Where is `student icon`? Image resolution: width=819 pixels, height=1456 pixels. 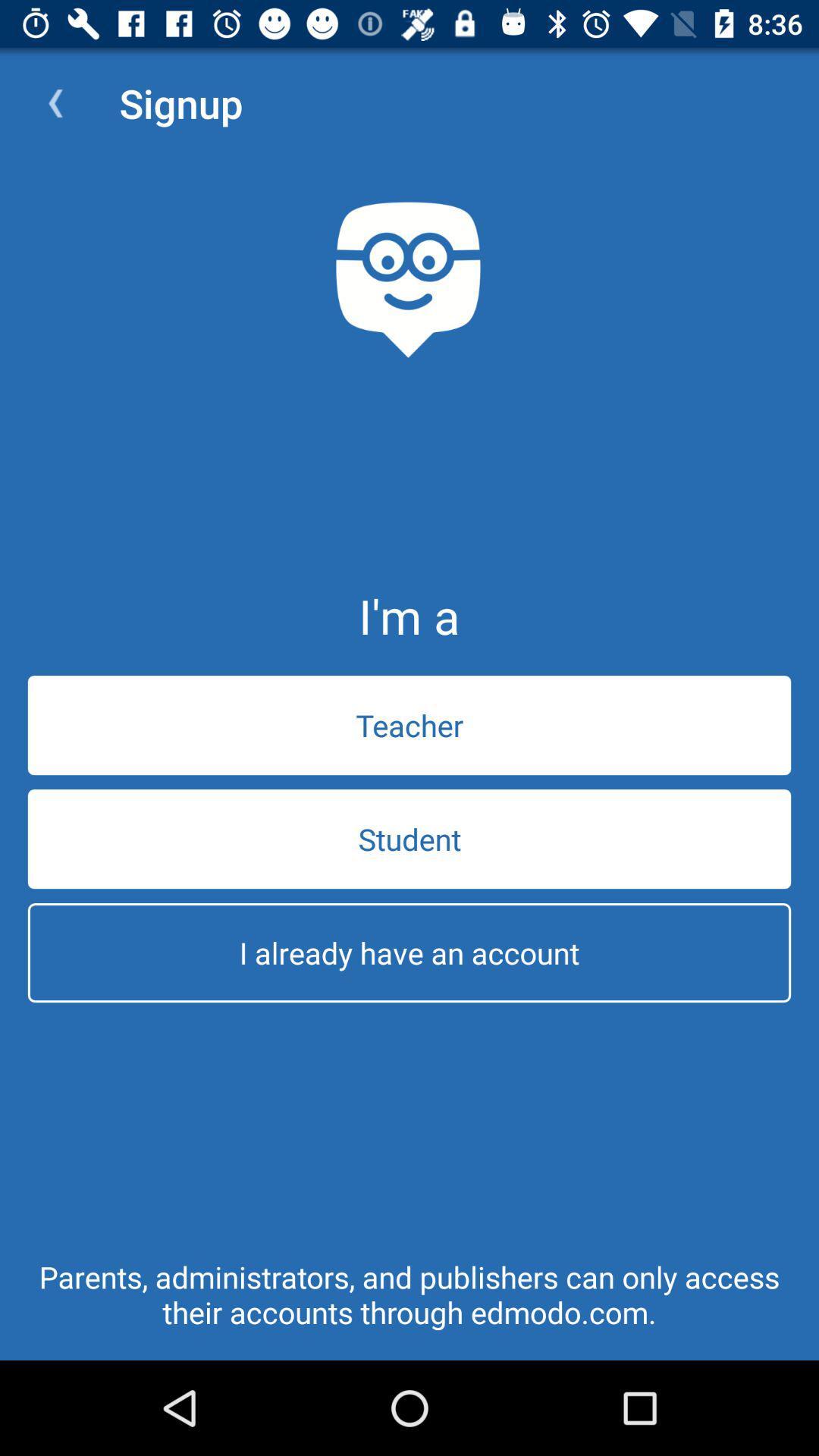 student icon is located at coordinates (409, 838).